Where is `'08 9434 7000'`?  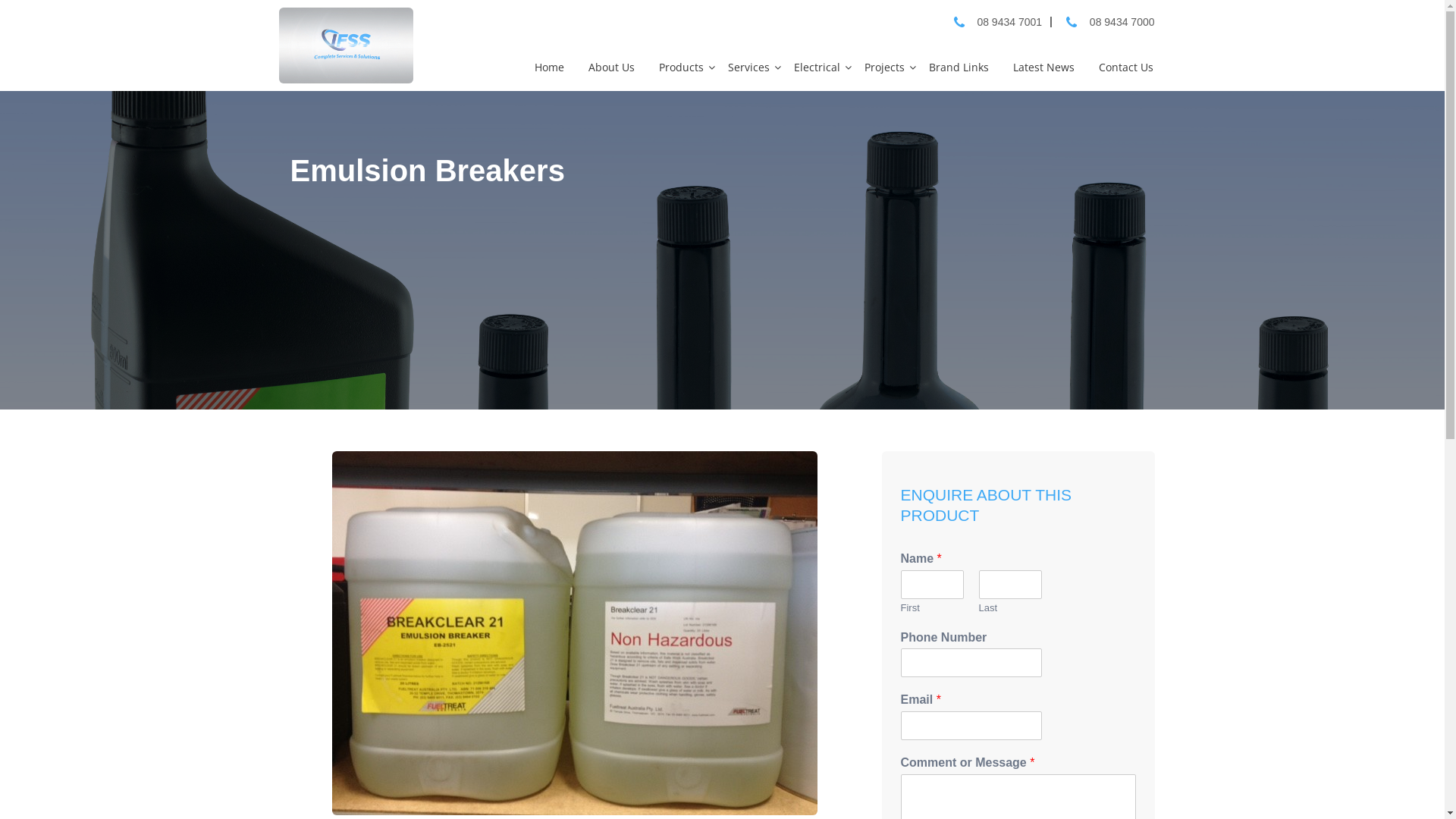 '08 9434 7000' is located at coordinates (1088, 22).